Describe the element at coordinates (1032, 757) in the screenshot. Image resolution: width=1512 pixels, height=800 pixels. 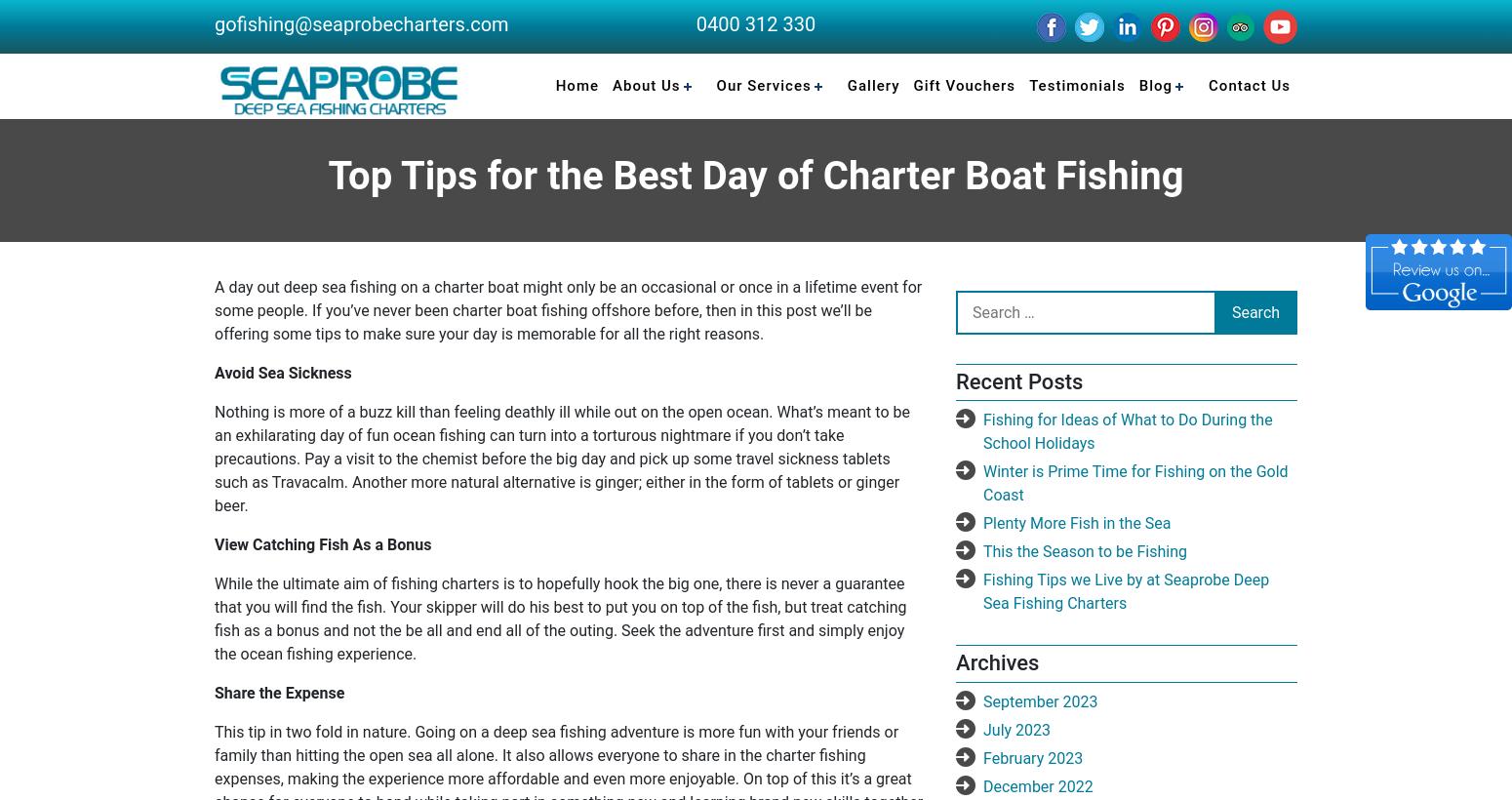
I see `'February 2023'` at that location.